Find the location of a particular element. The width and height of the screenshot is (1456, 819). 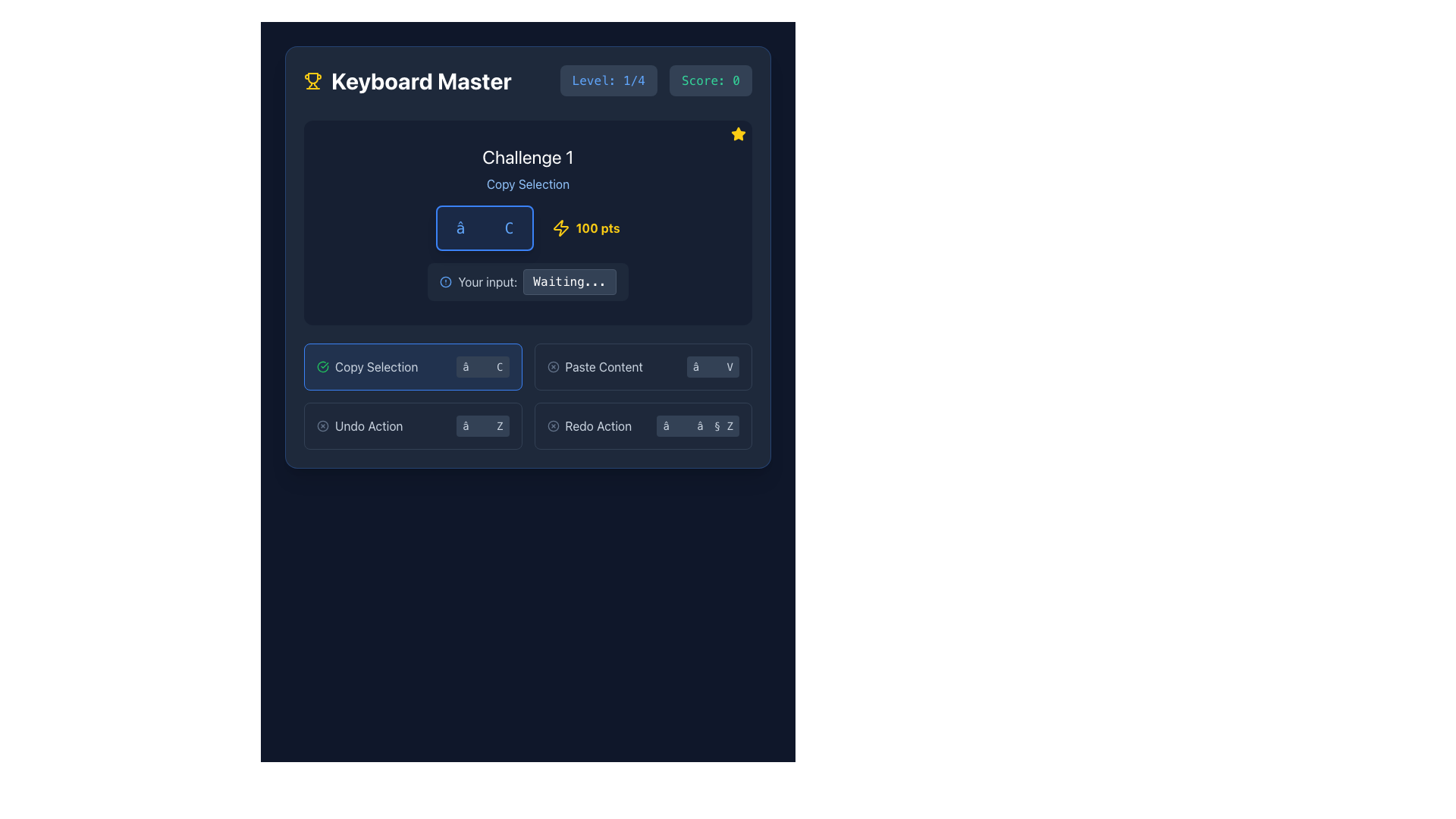

the text label displaying 'Challenge 1', which is styled with a large white font on a blue background, and is positioned centrally at the top of the interface is located at coordinates (528, 157).